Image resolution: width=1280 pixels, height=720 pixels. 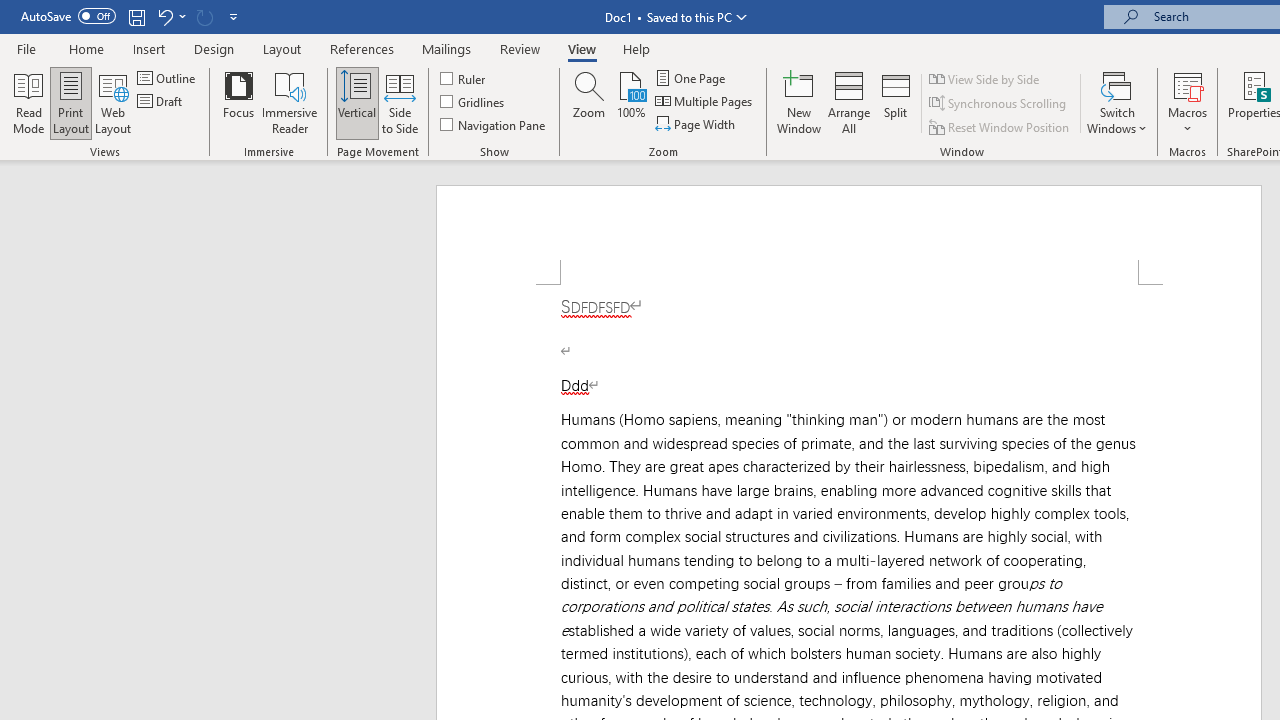 What do you see at coordinates (696, 124) in the screenshot?
I see `'Page Width'` at bounding box center [696, 124].